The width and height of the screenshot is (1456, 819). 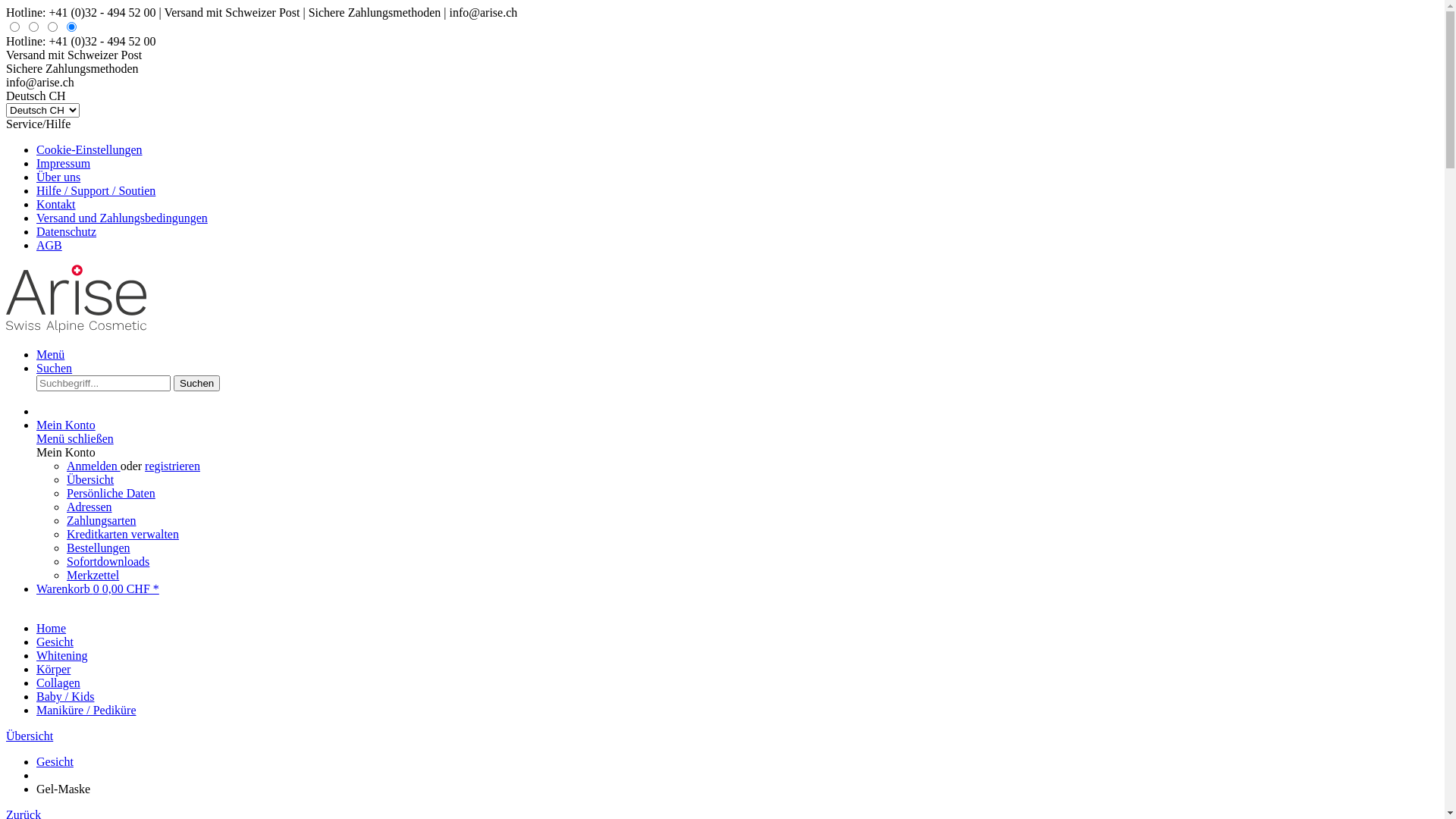 I want to click on 'Sofortdownloads', so click(x=65, y=561).